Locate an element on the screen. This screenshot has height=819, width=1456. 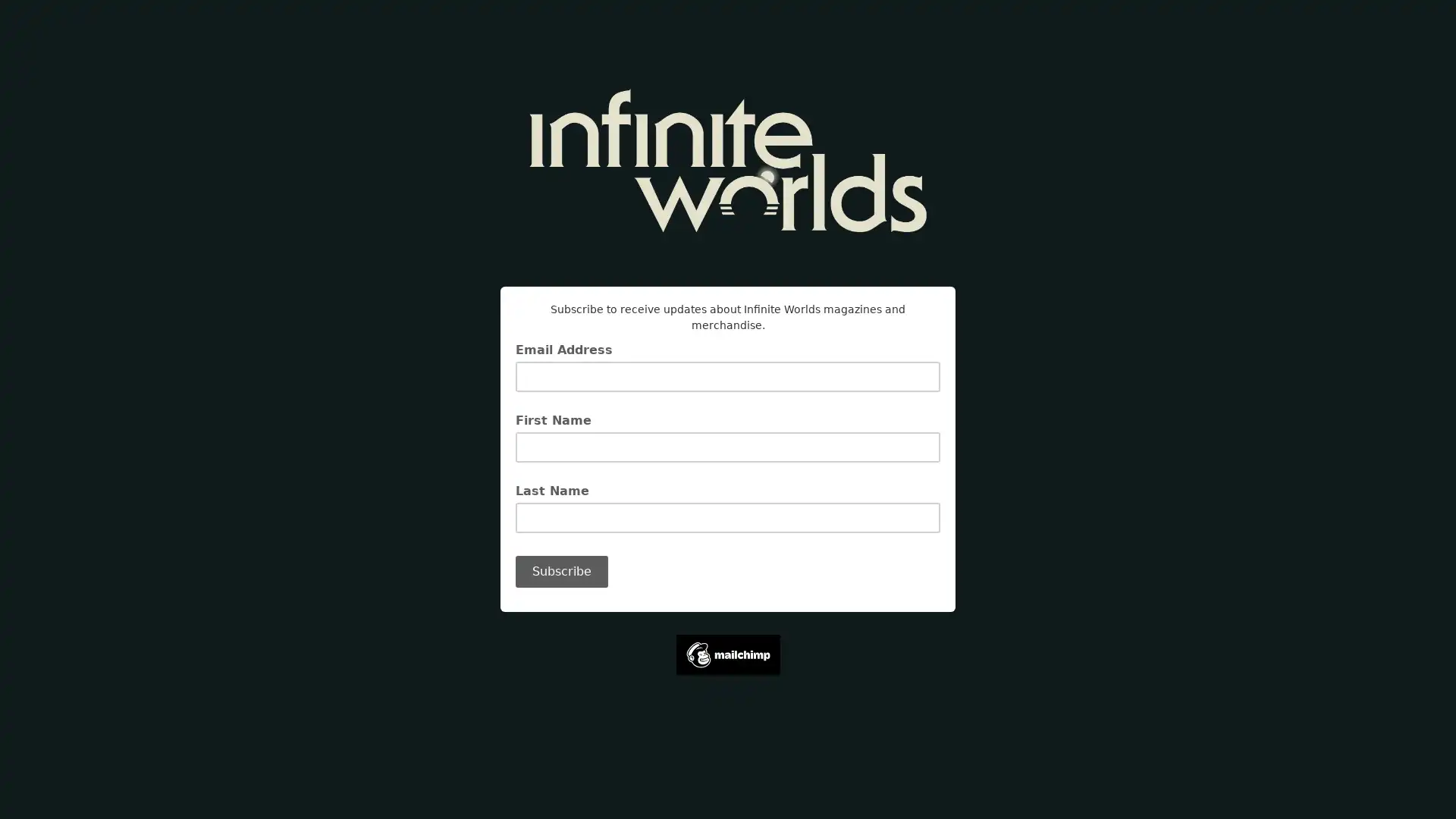
Subscribe is located at coordinates (560, 570).